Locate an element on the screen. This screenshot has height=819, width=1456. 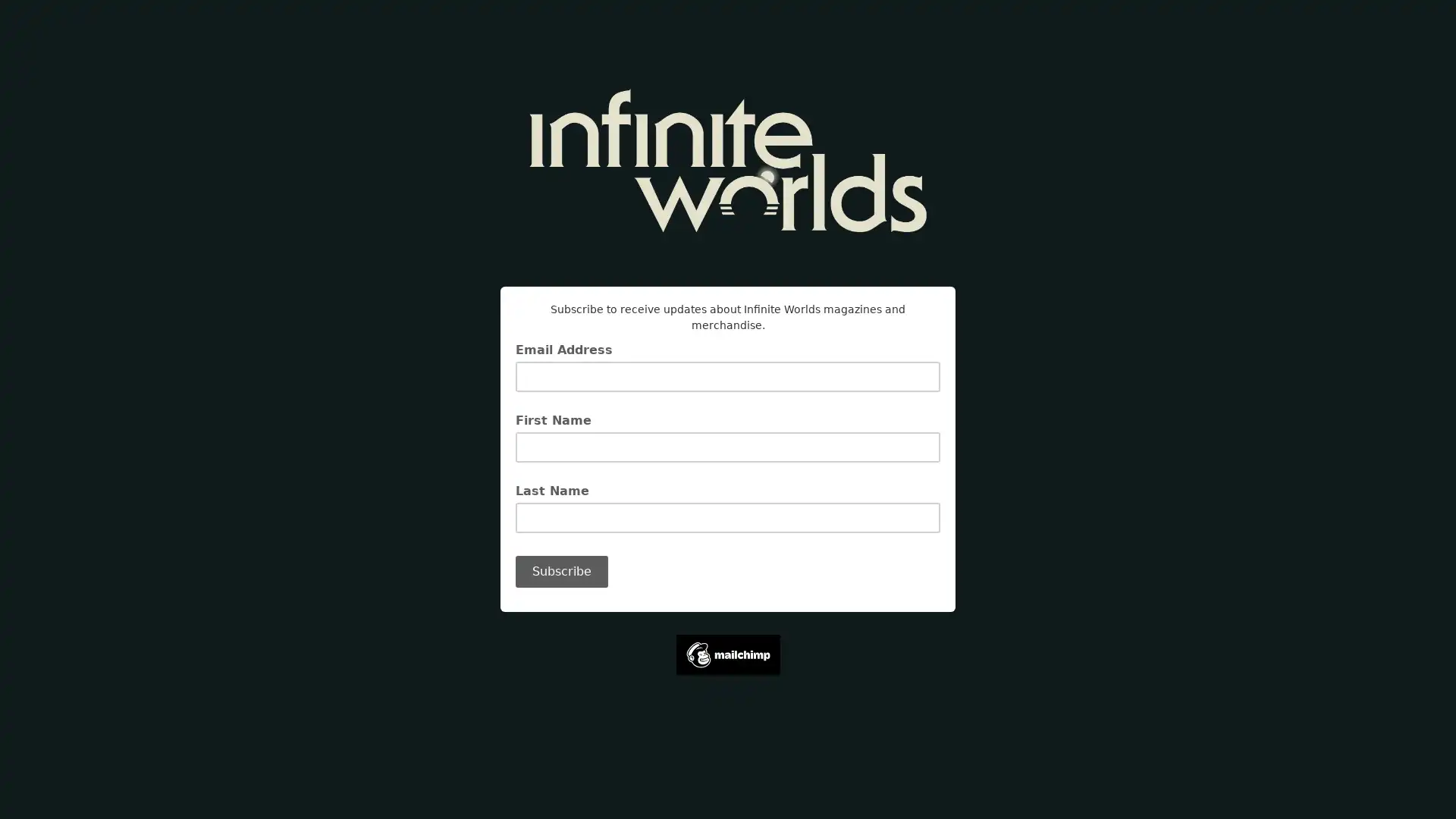
Subscribe is located at coordinates (560, 570).